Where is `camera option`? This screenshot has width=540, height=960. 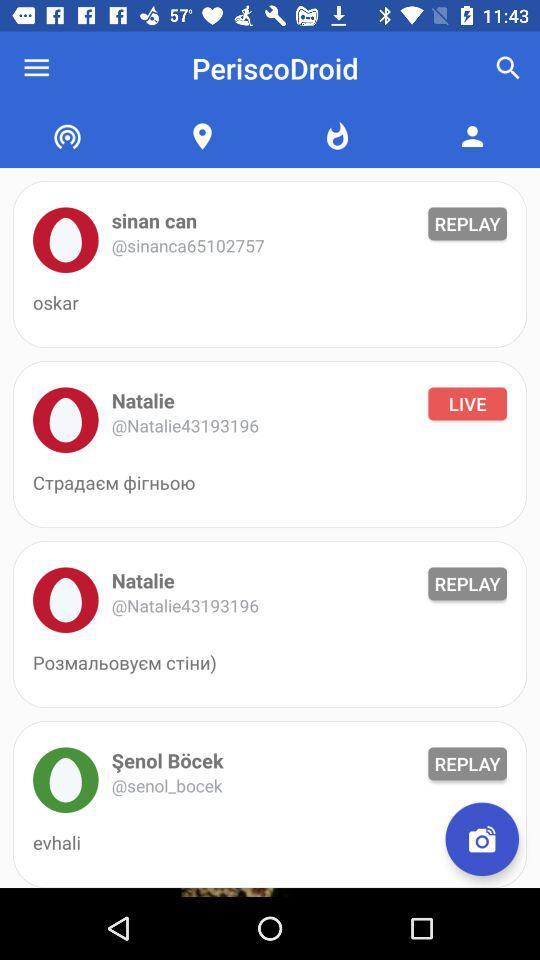
camera option is located at coordinates (481, 839).